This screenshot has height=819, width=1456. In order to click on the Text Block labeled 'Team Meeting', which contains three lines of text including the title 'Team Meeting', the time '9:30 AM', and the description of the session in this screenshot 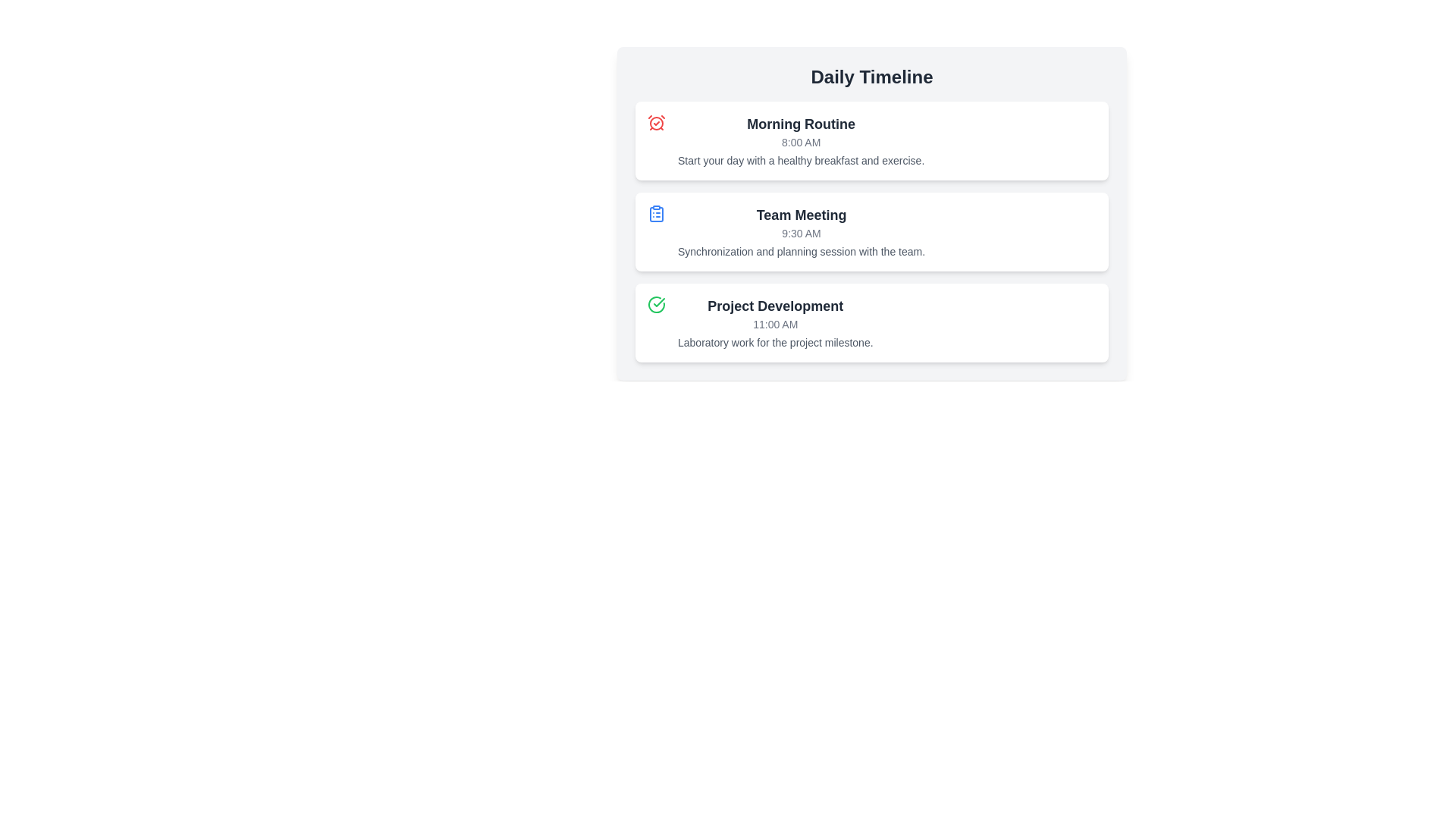, I will do `click(800, 231)`.